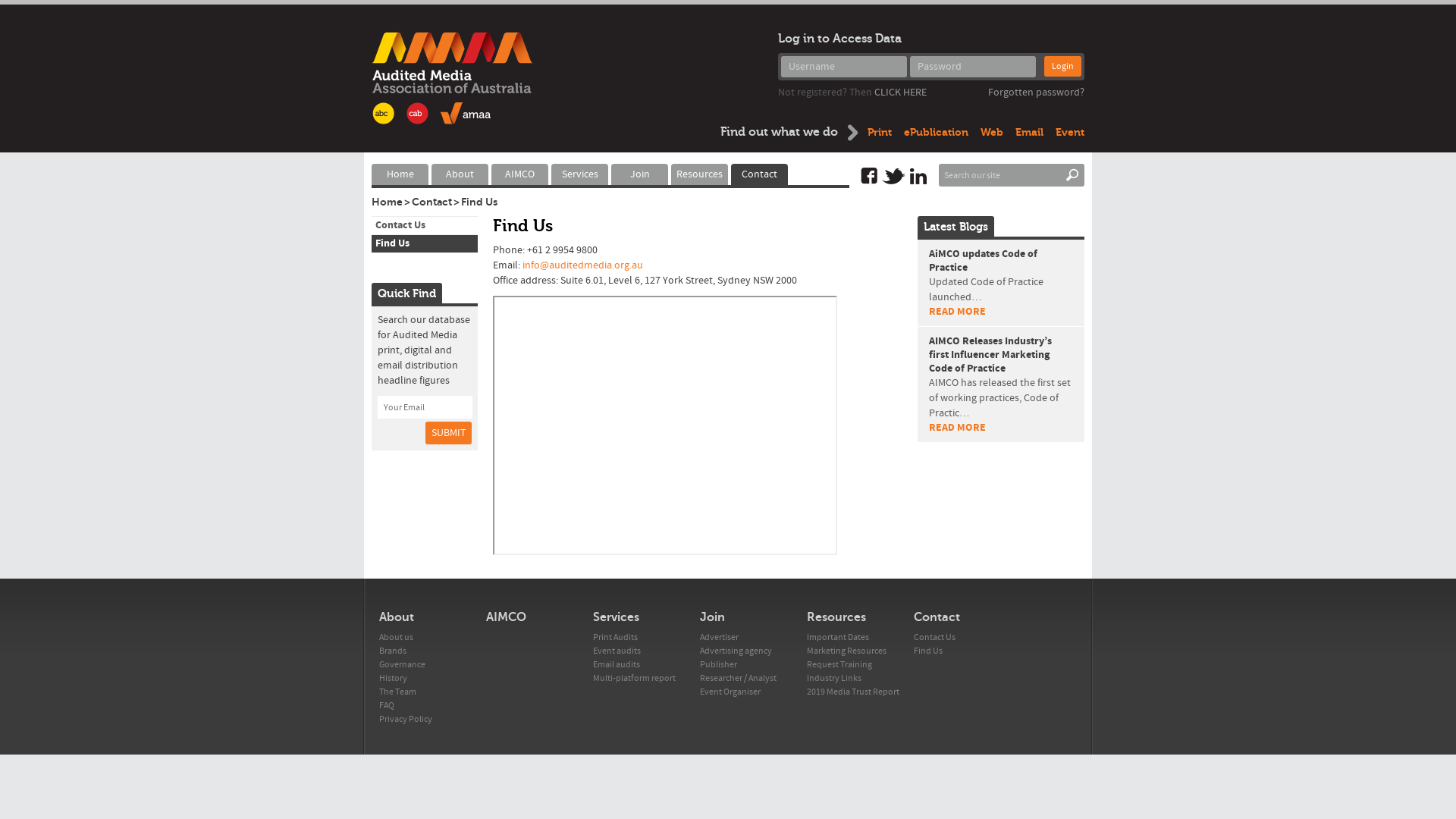  Describe the element at coordinates (378, 664) in the screenshot. I see `'Governance'` at that location.